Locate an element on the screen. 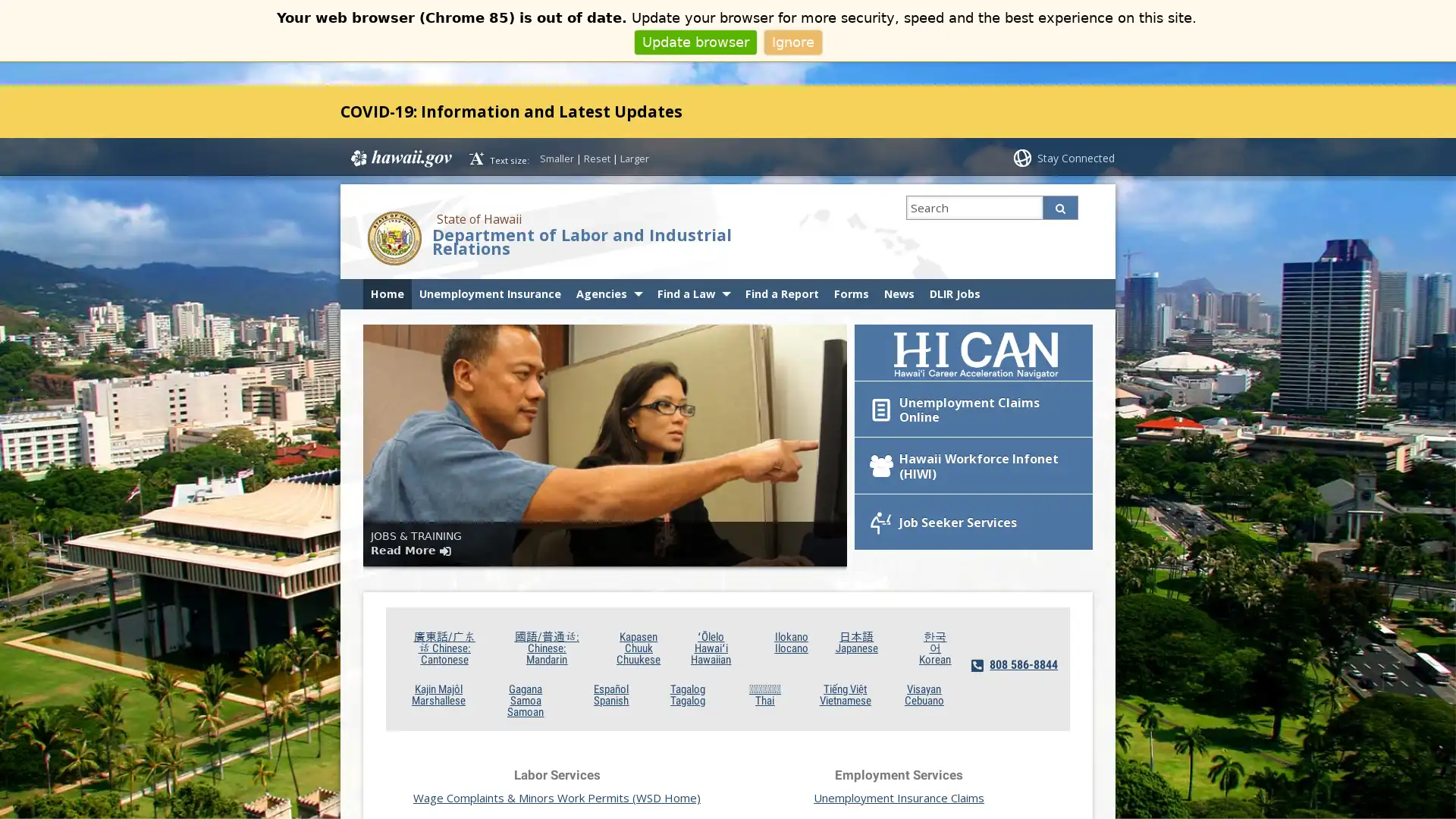  Thai is located at coordinates (764, 701).